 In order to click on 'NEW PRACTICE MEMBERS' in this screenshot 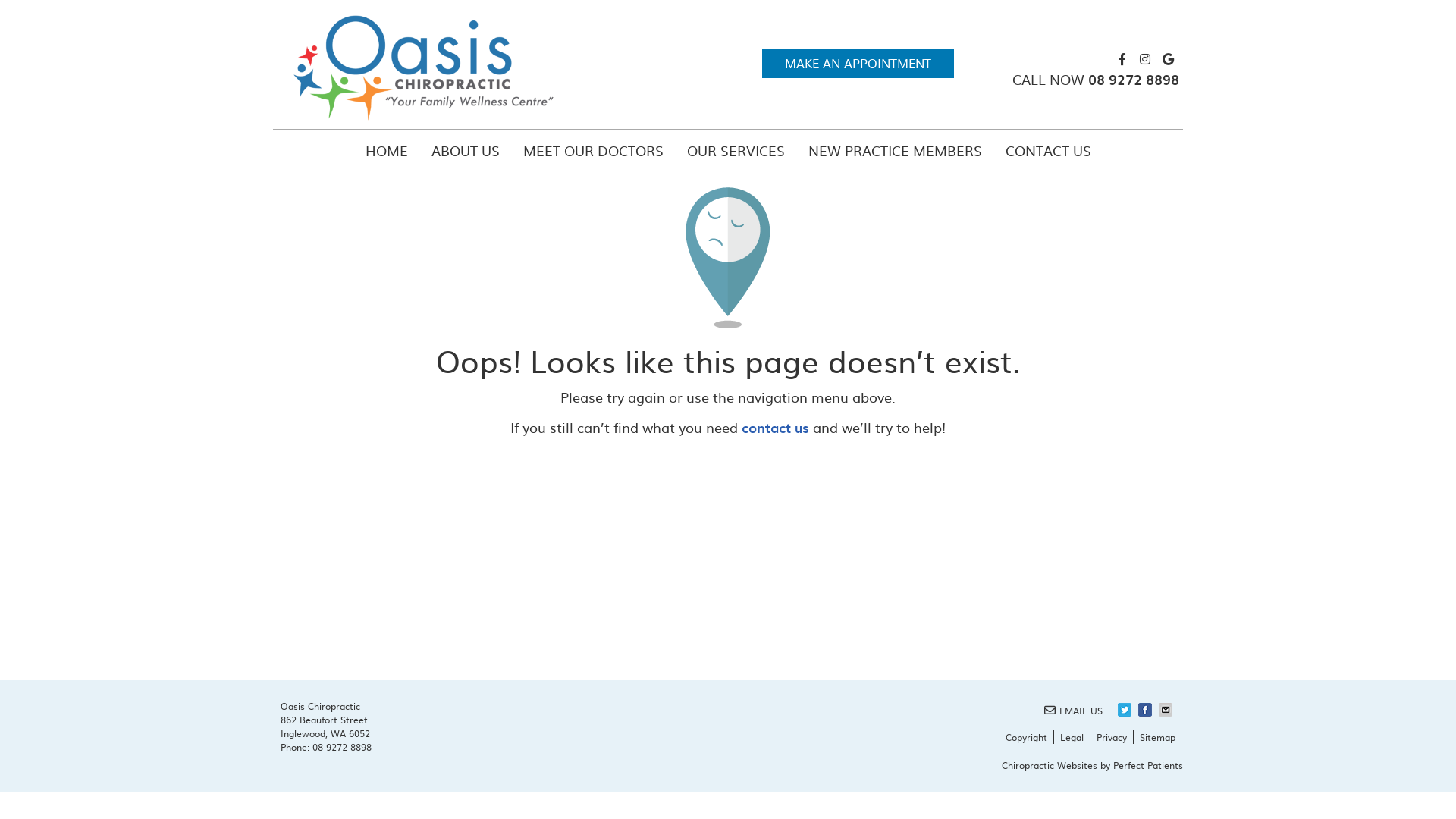, I will do `click(895, 151)`.